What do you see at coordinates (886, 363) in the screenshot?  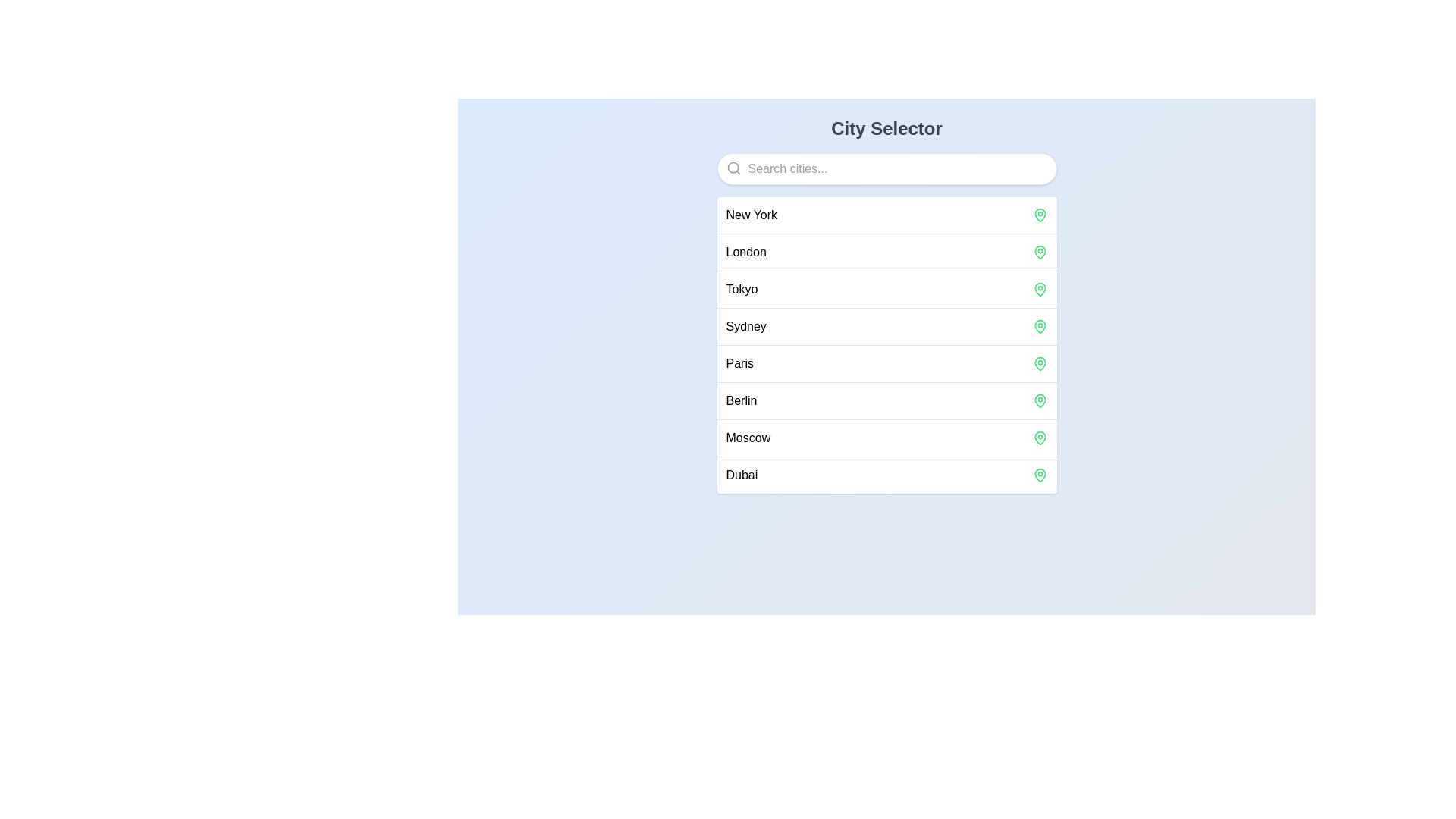 I see `the fifth item in the city selector list` at bounding box center [886, 363].